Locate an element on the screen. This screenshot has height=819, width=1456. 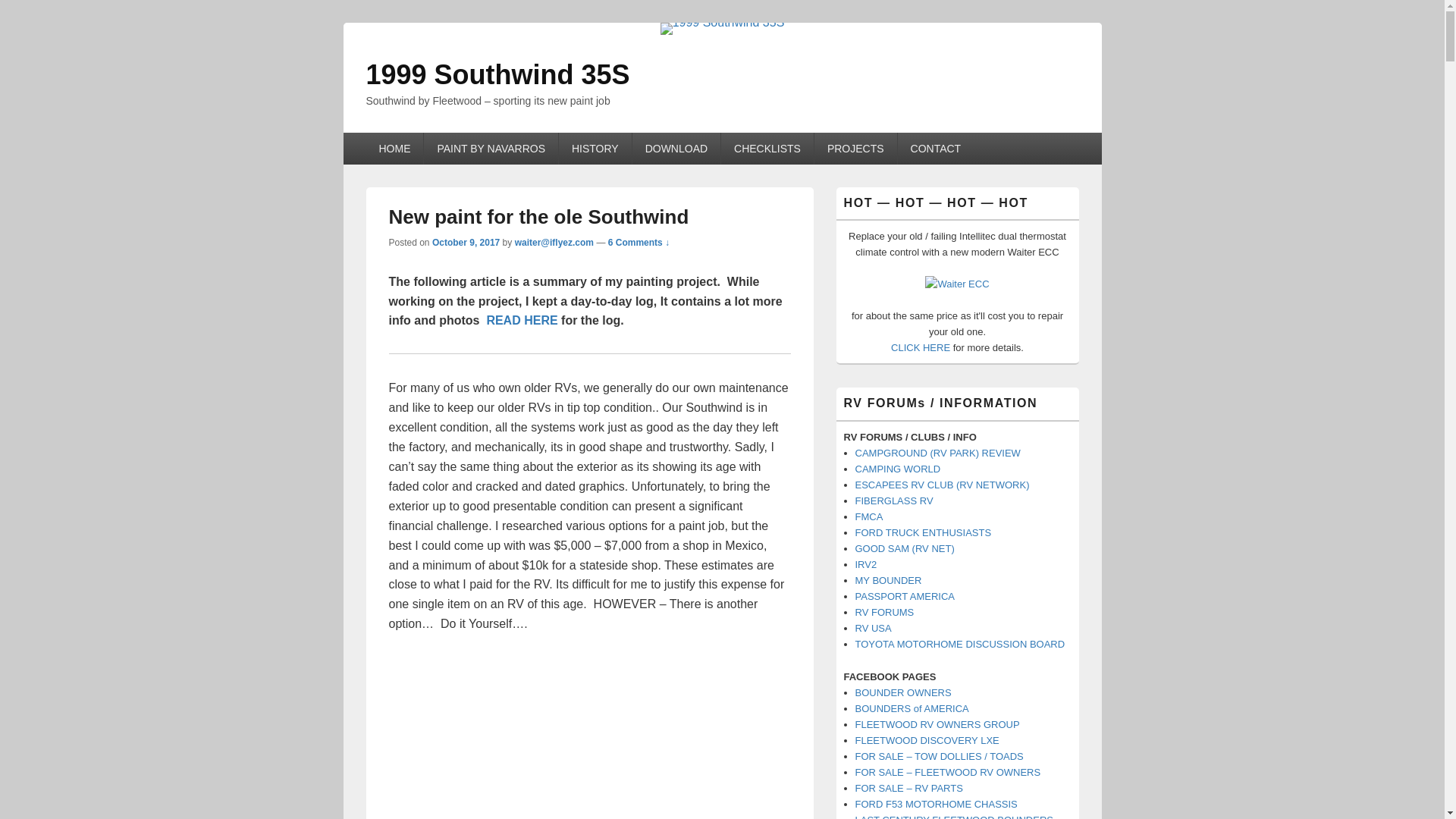
'BOUNDER OWNERS' is located at coordinates (855, 692).